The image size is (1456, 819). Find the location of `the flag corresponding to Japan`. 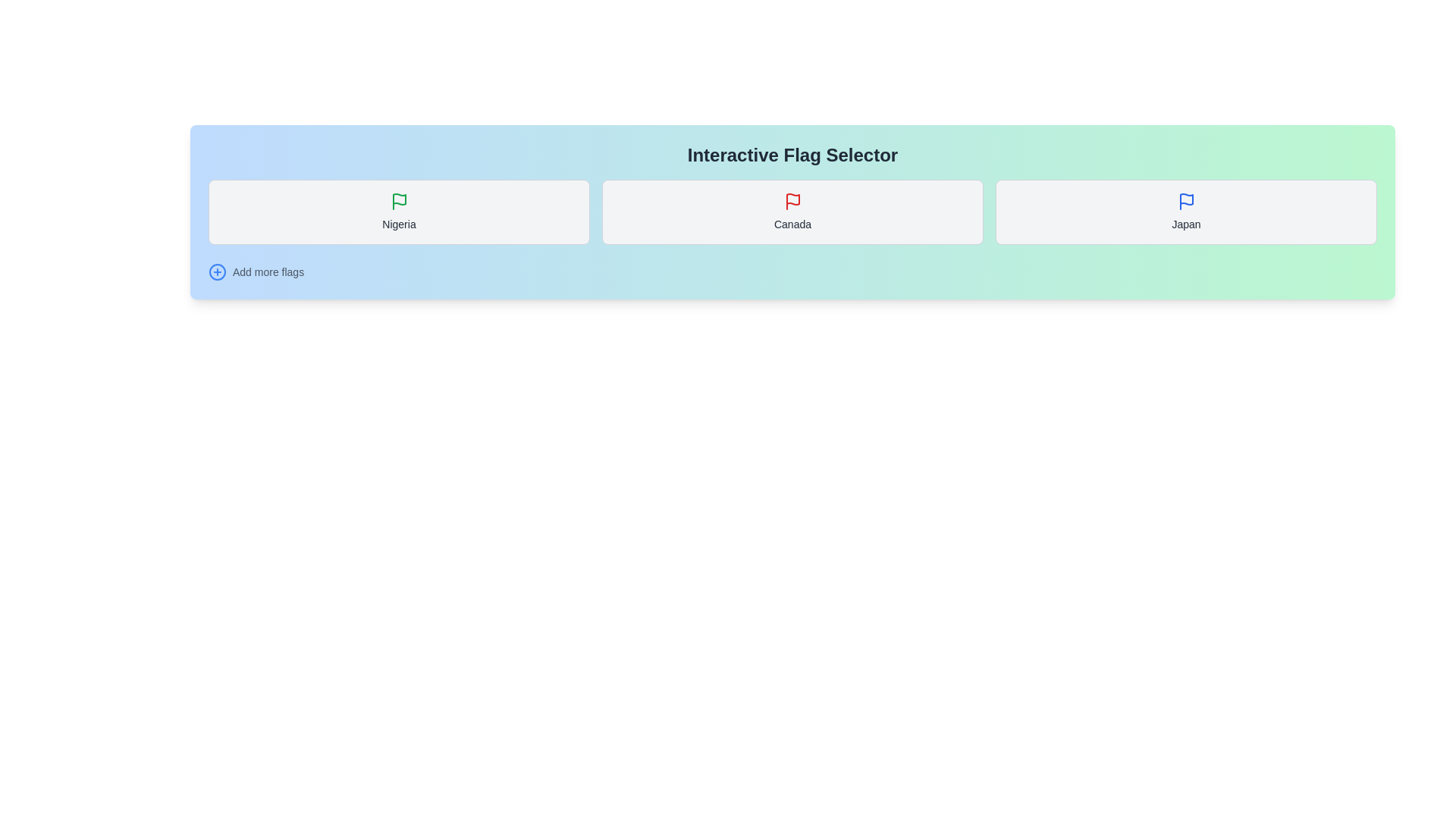

the flag corresponding to Japan is located at coordinates (1185, 212).